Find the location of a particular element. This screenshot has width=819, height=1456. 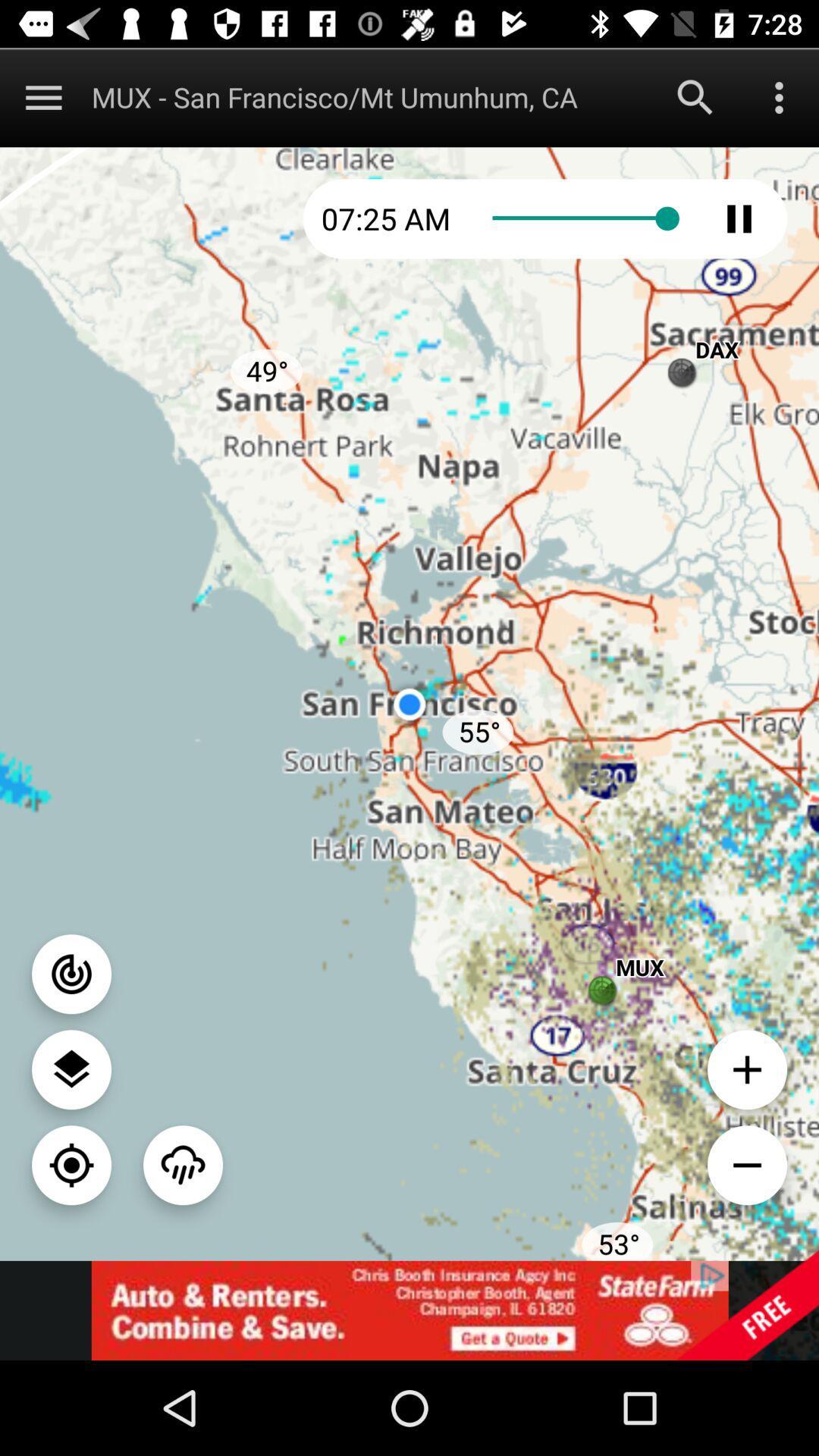

minimize is located at coordinates (746, 1164).